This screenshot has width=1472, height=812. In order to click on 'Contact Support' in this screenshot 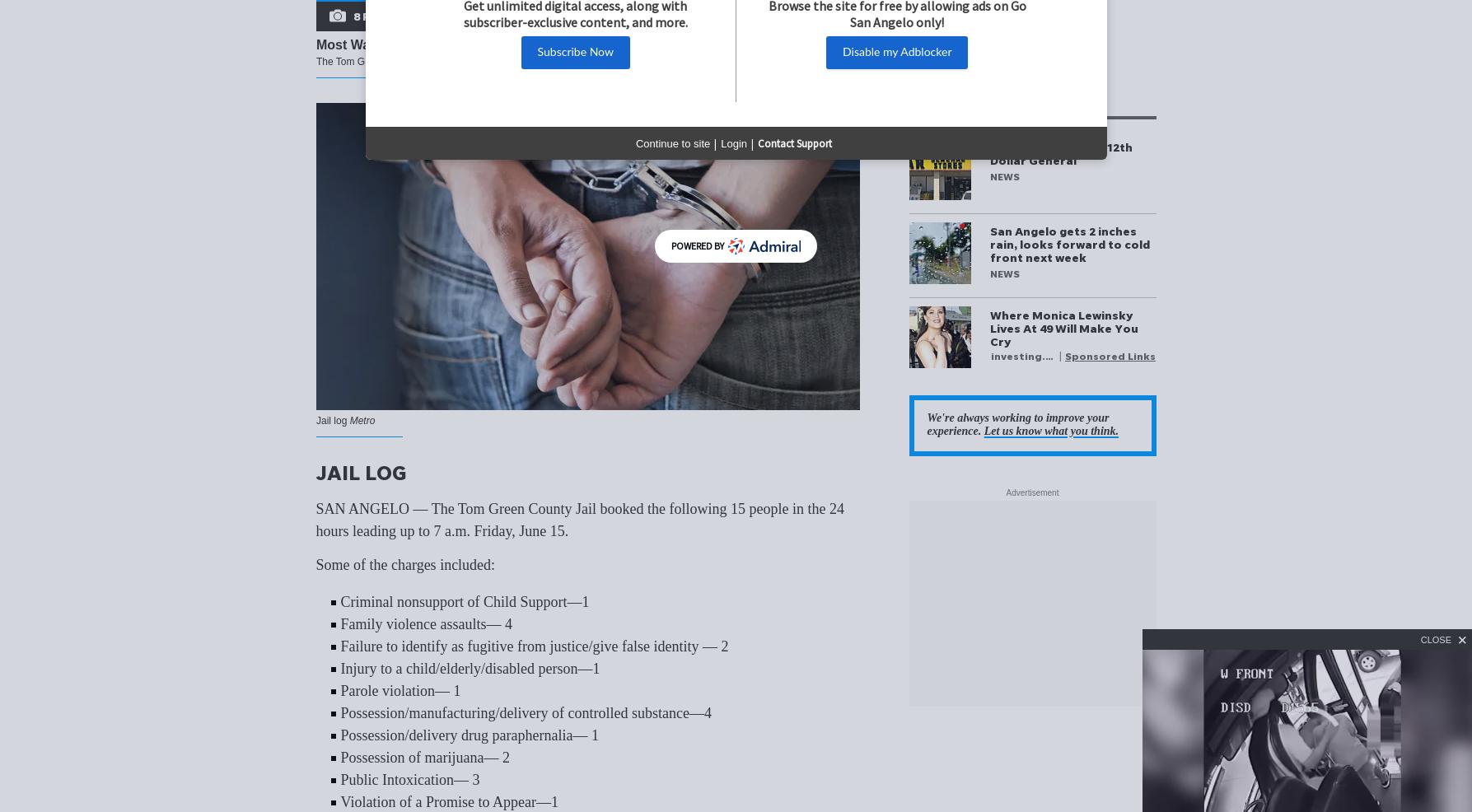, I will do `click(793, 142)`.